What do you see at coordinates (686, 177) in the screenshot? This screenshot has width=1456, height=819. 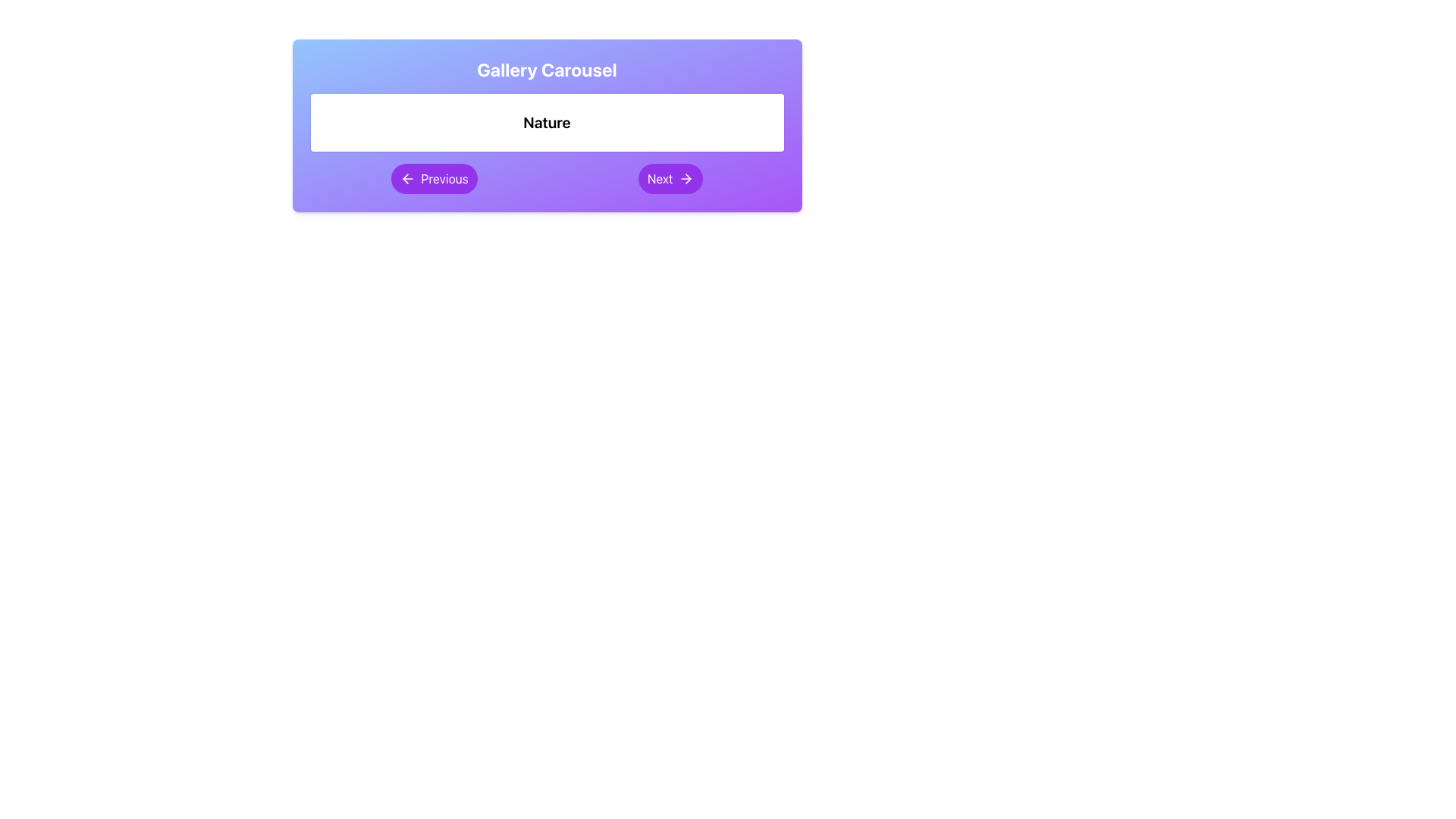 I see `the right-facing arrow icon inside the rounded purple 'Next' button located at the bottom-right of the carousel interface` at bounding box center [686, 177].